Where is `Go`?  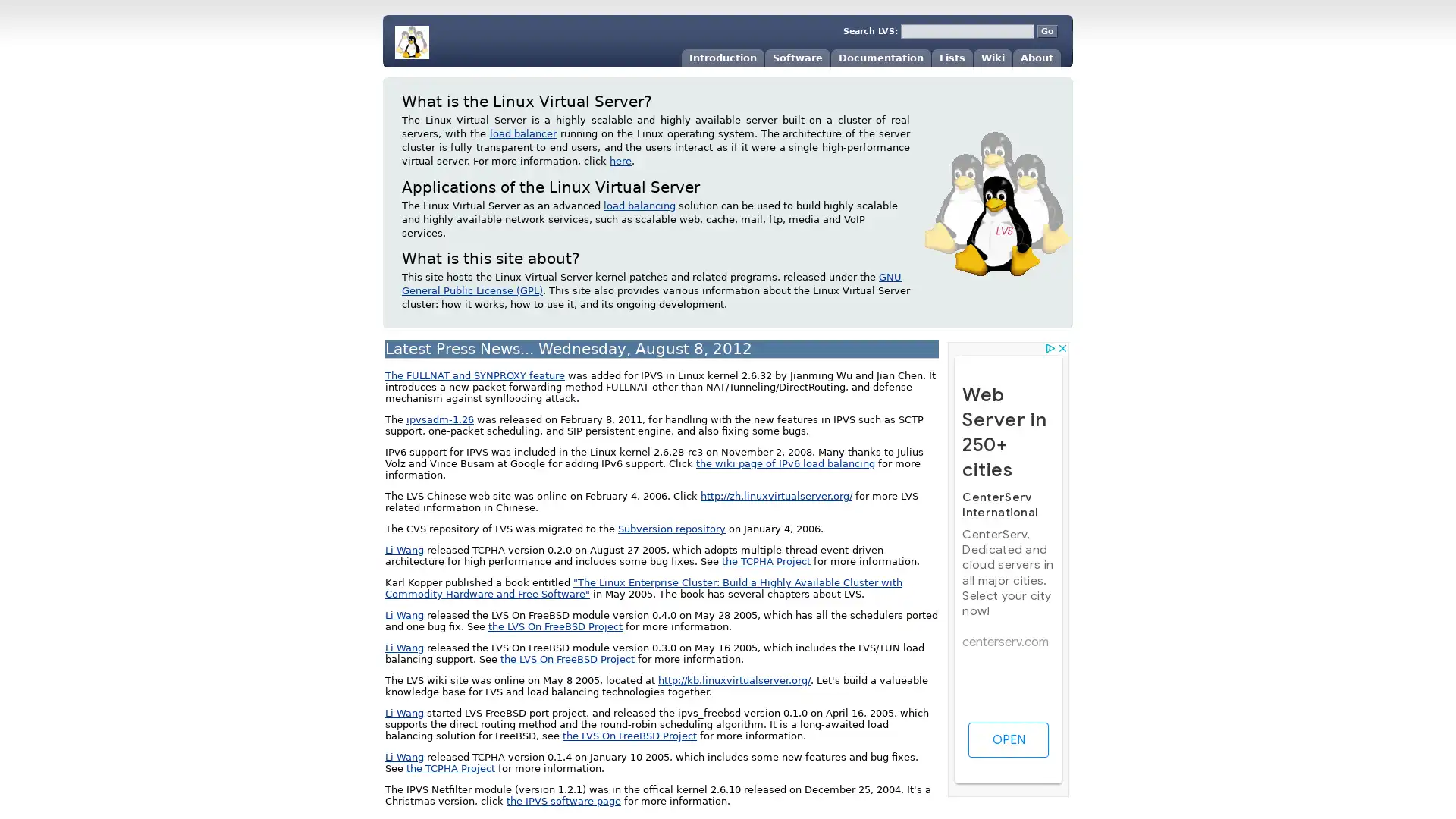 Go is located at coordinates (1046, 31).